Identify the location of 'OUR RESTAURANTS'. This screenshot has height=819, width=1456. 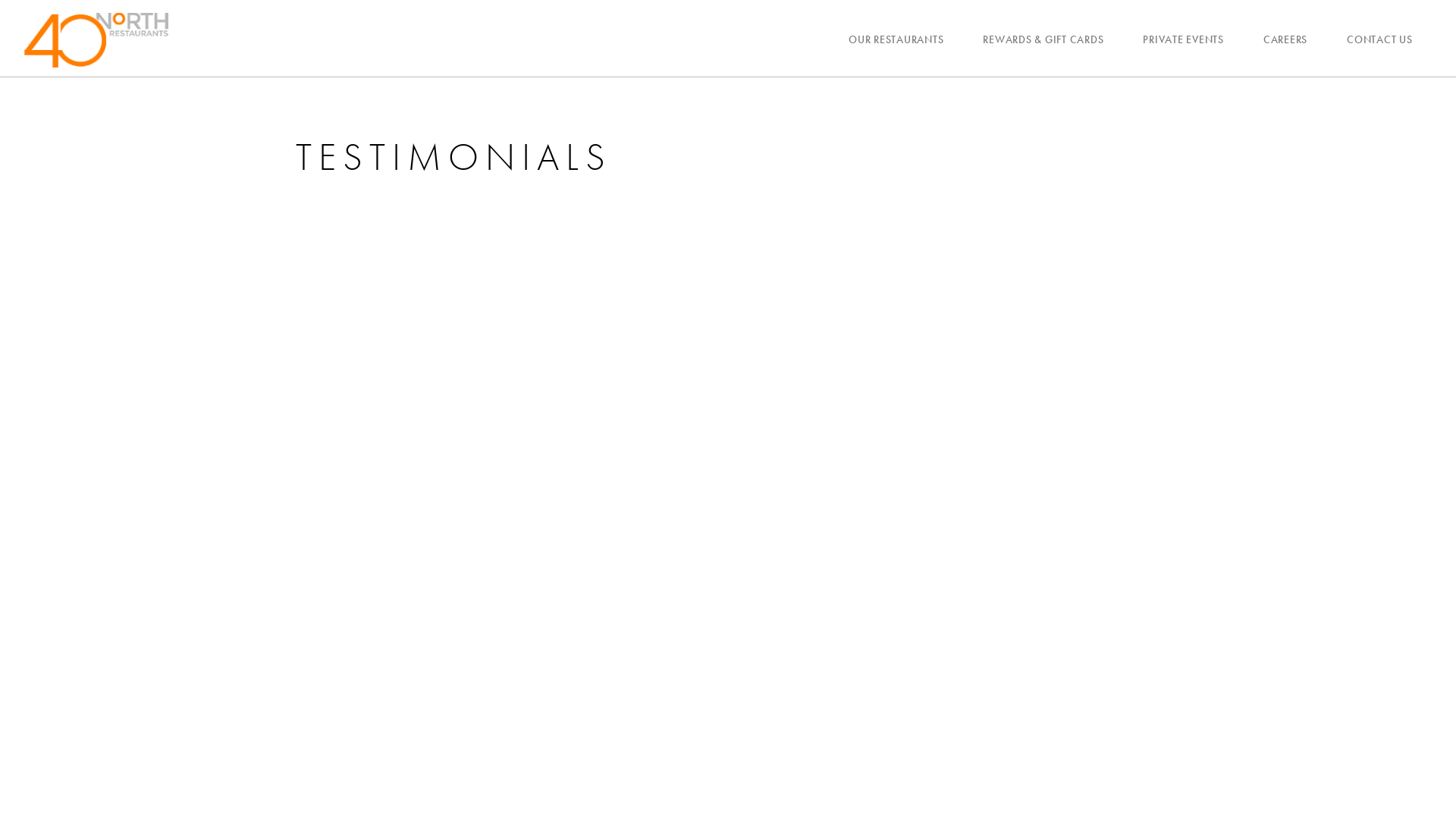
(896, 38).